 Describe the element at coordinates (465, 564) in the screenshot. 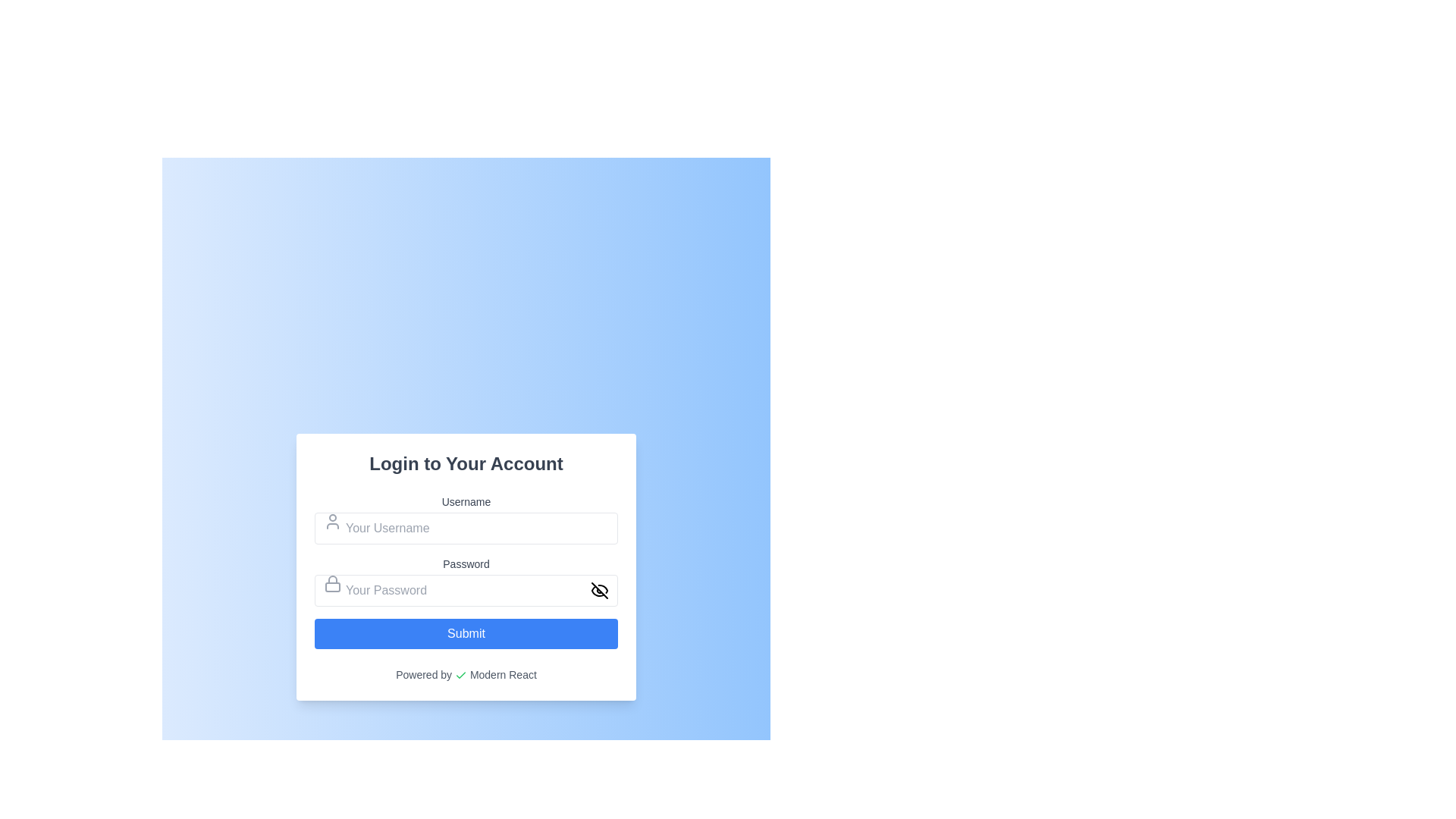

I see `the label that indicates the adjacent input field is for entering the user's password, which is located directly above the password input field in the login form` at that location.